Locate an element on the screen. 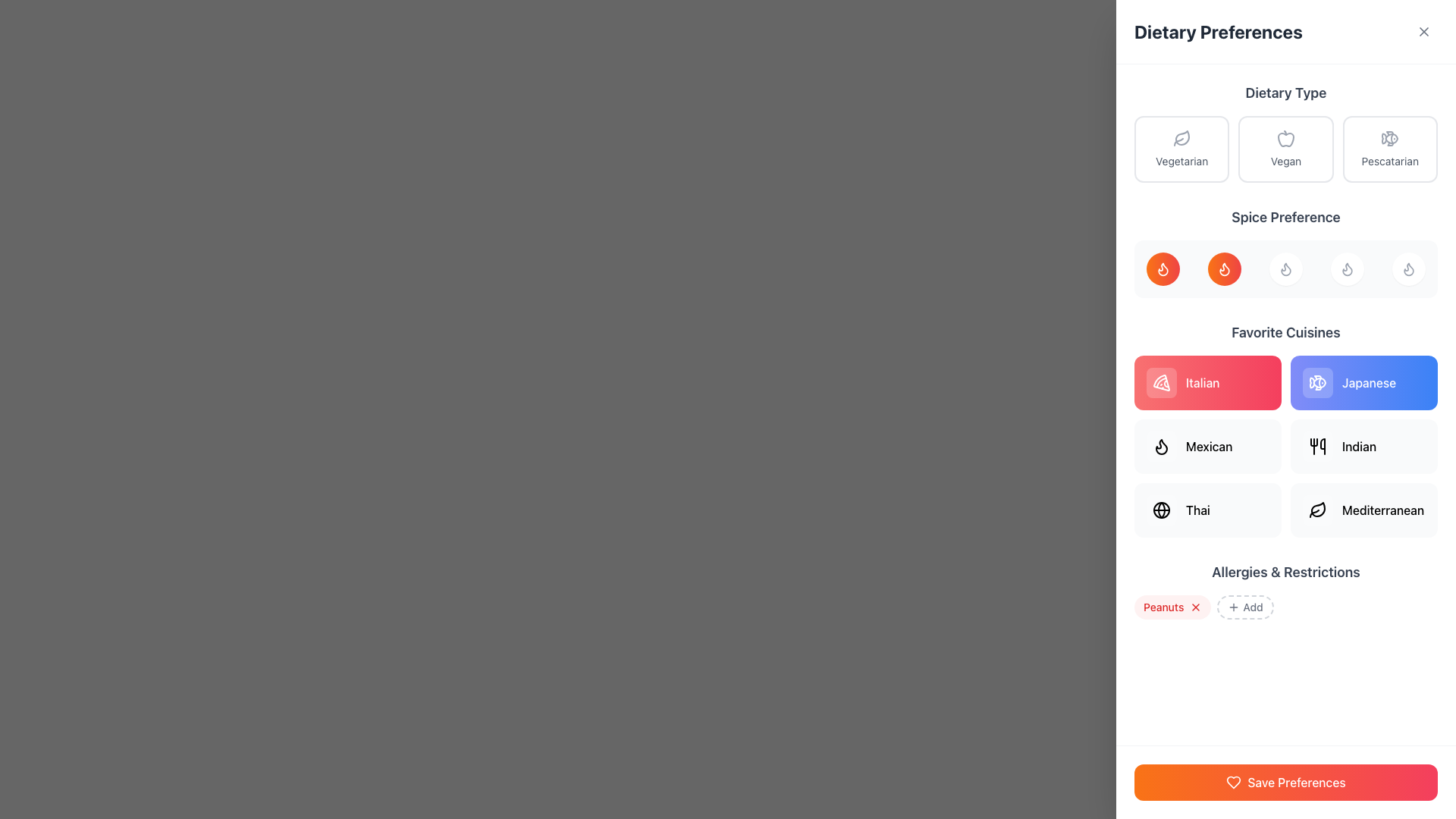  the flame icon representing spiciness in the 'Favorite Cuisines' section, specifically within the 'Mexican' button is located at coordinates (1160, 446).